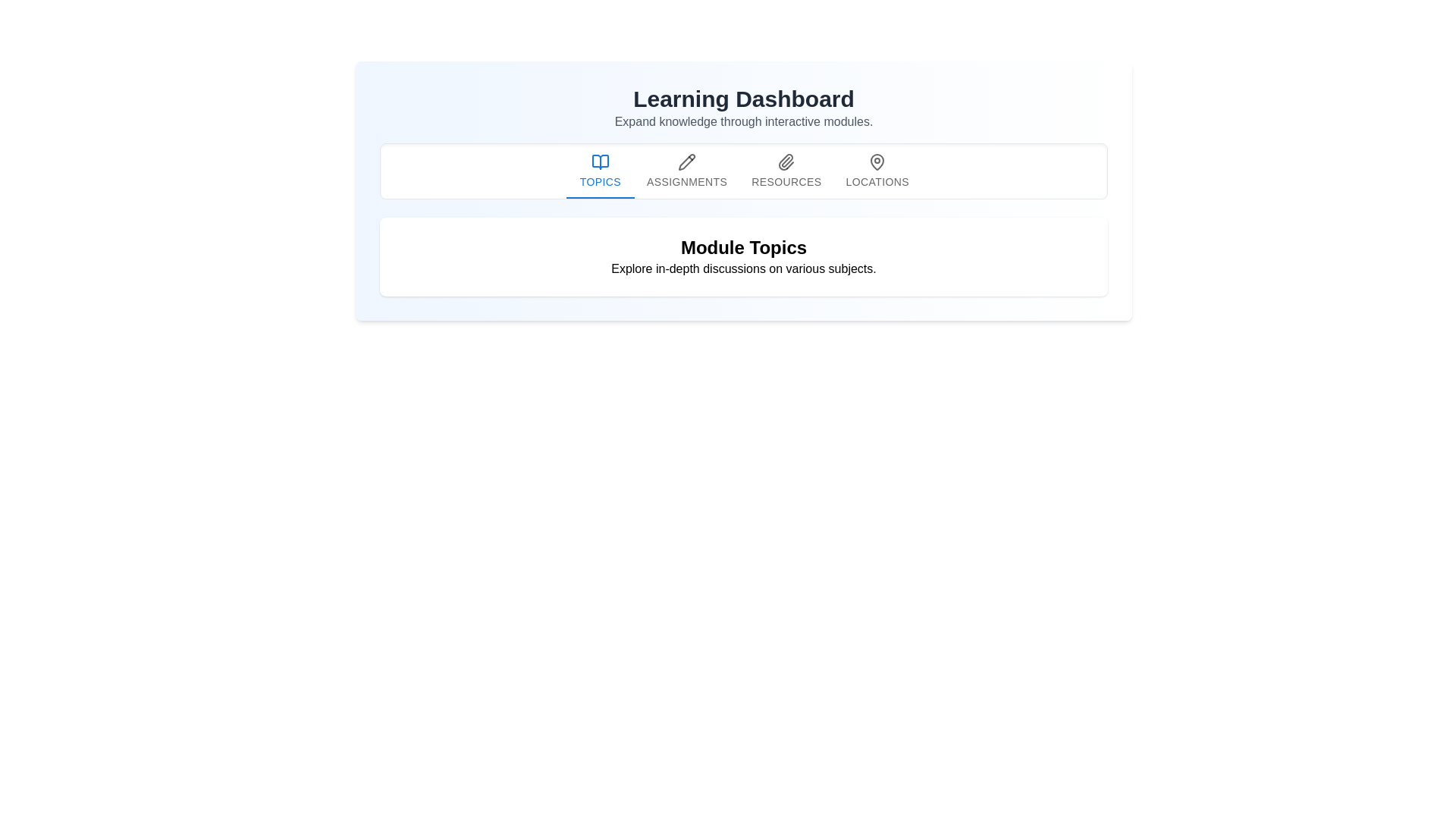 This screenshot has height=819, width=1456. Describe the element at coordinates (786, 162) in the screenshot. I see `the 'Resources' tab icon located centrally in the tab navigation bar of the 'Learning Dashboard' interface, directly above the text label 'Resources'` at that location.